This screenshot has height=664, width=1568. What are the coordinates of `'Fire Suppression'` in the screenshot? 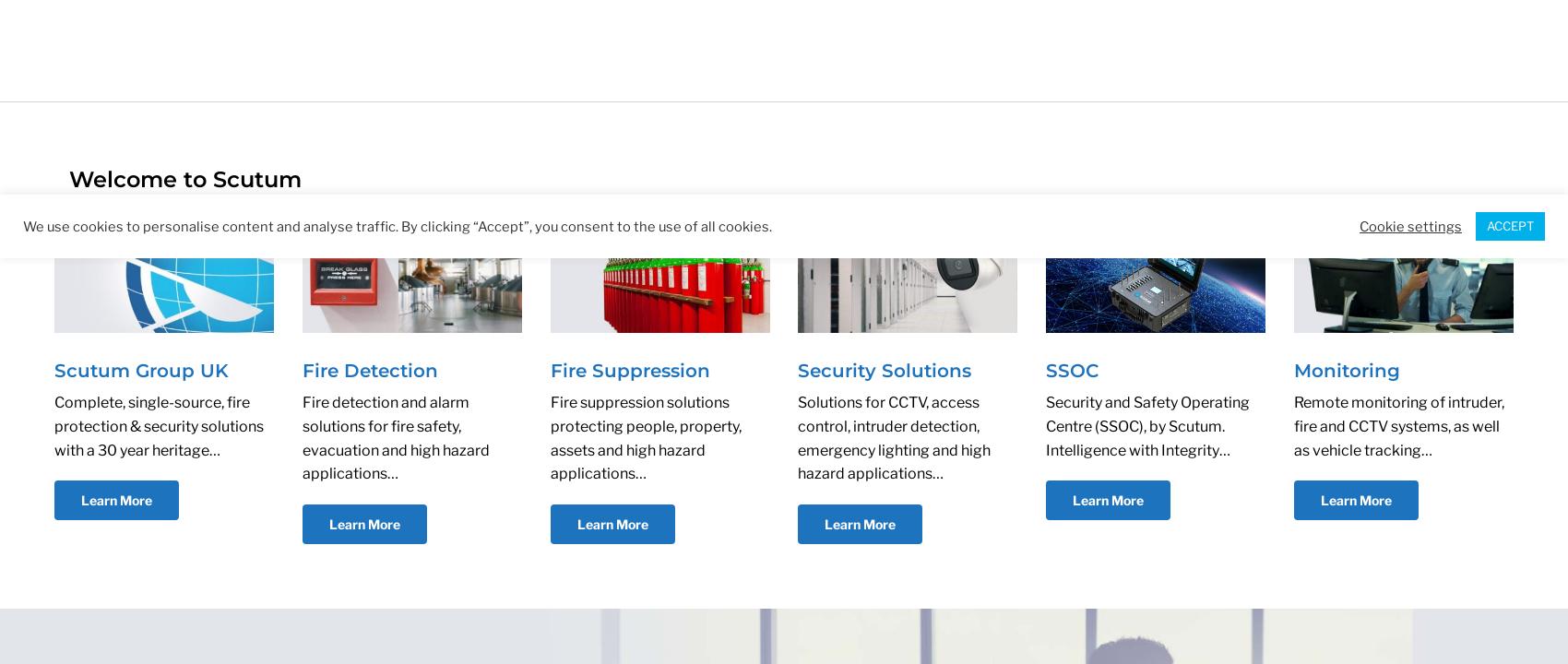 It's located at (629, 370).